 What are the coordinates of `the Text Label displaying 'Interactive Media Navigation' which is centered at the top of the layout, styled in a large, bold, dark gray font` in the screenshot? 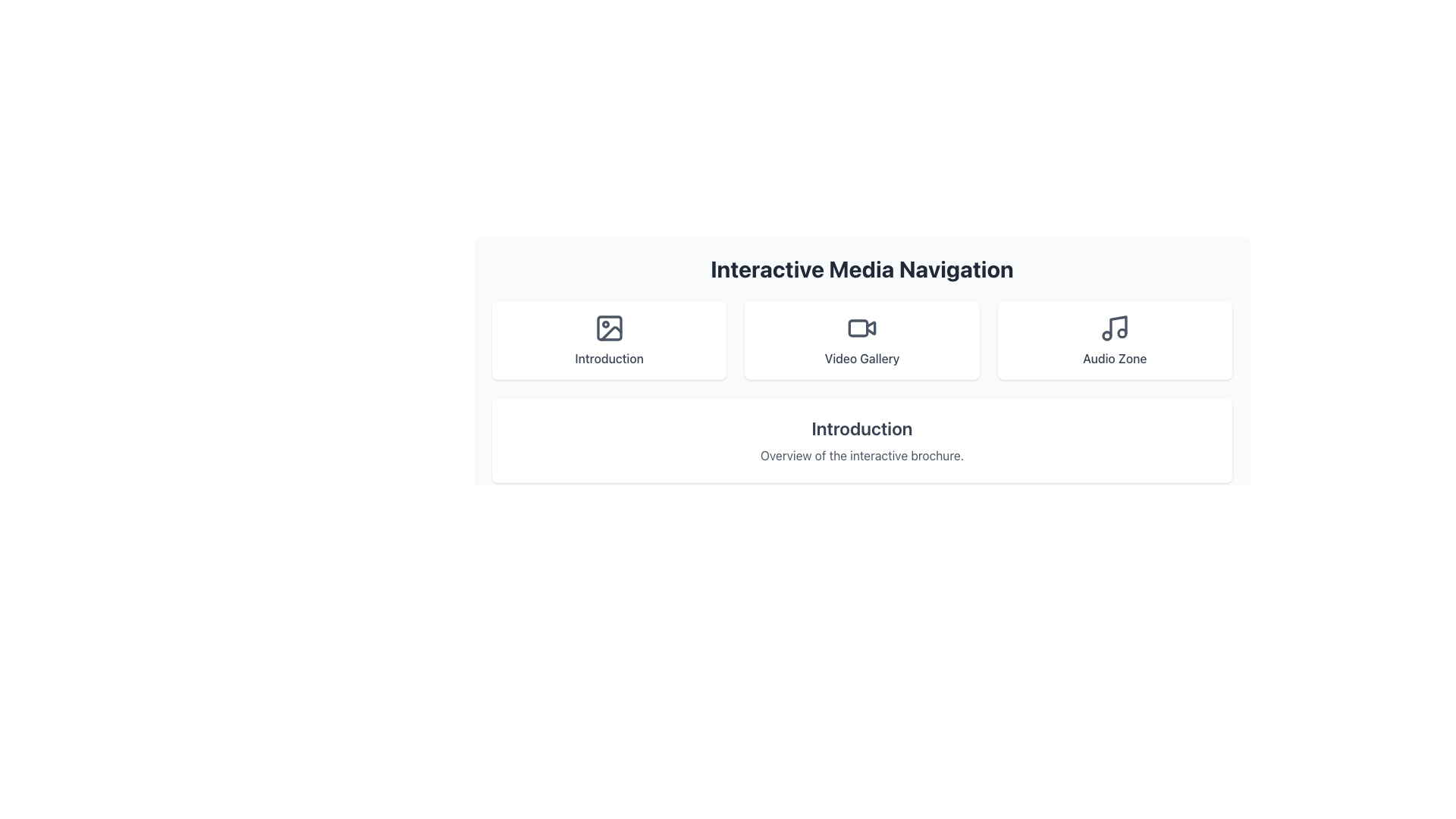 It's located at (862, 268).